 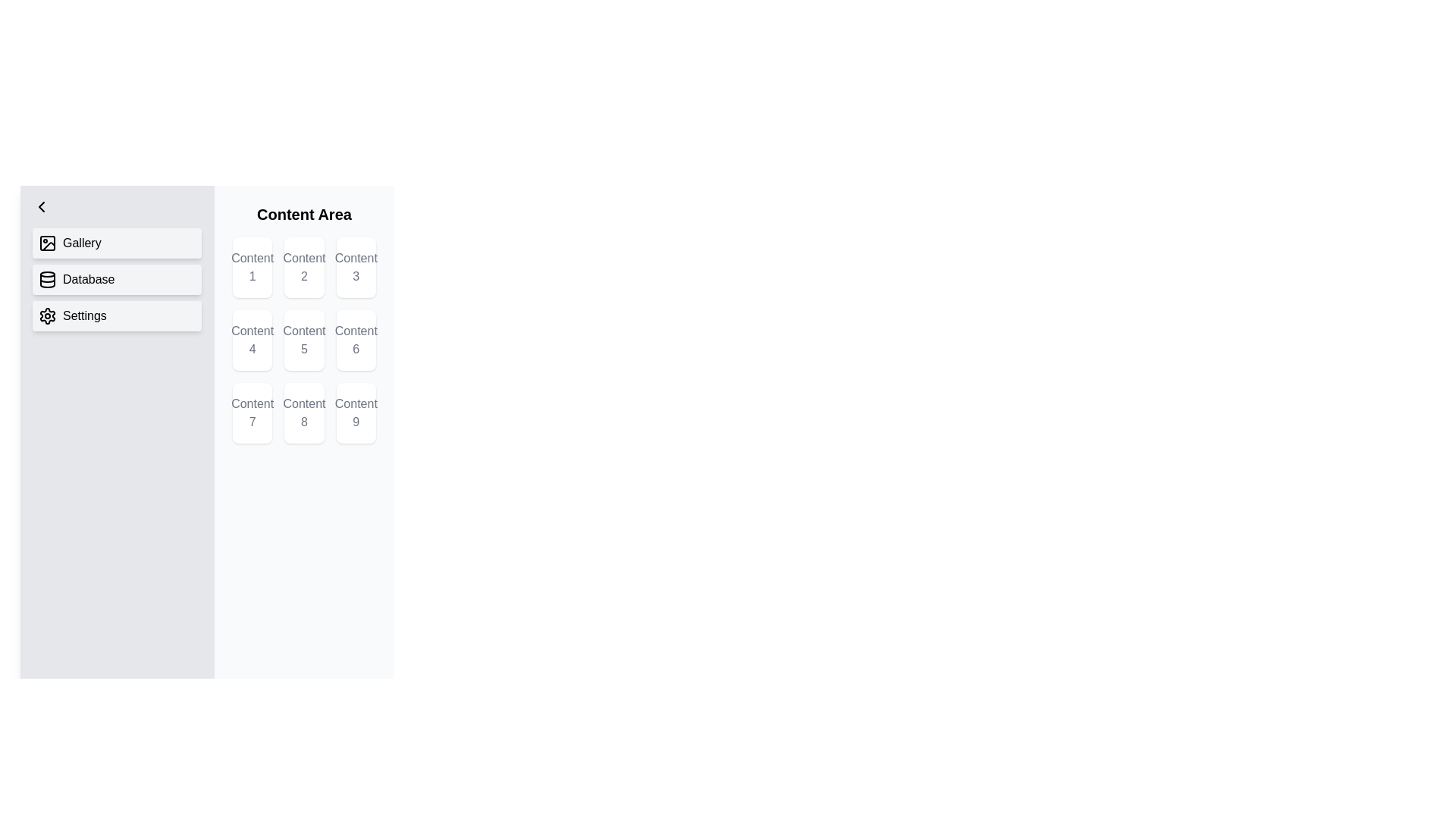 What do you see at coordinates (116, 242) in the screenshot?
I see `the 'Gallery' button located at the top of the left sidebar, above 'Database' and 'Settings'` at bounding box center [116, 242].